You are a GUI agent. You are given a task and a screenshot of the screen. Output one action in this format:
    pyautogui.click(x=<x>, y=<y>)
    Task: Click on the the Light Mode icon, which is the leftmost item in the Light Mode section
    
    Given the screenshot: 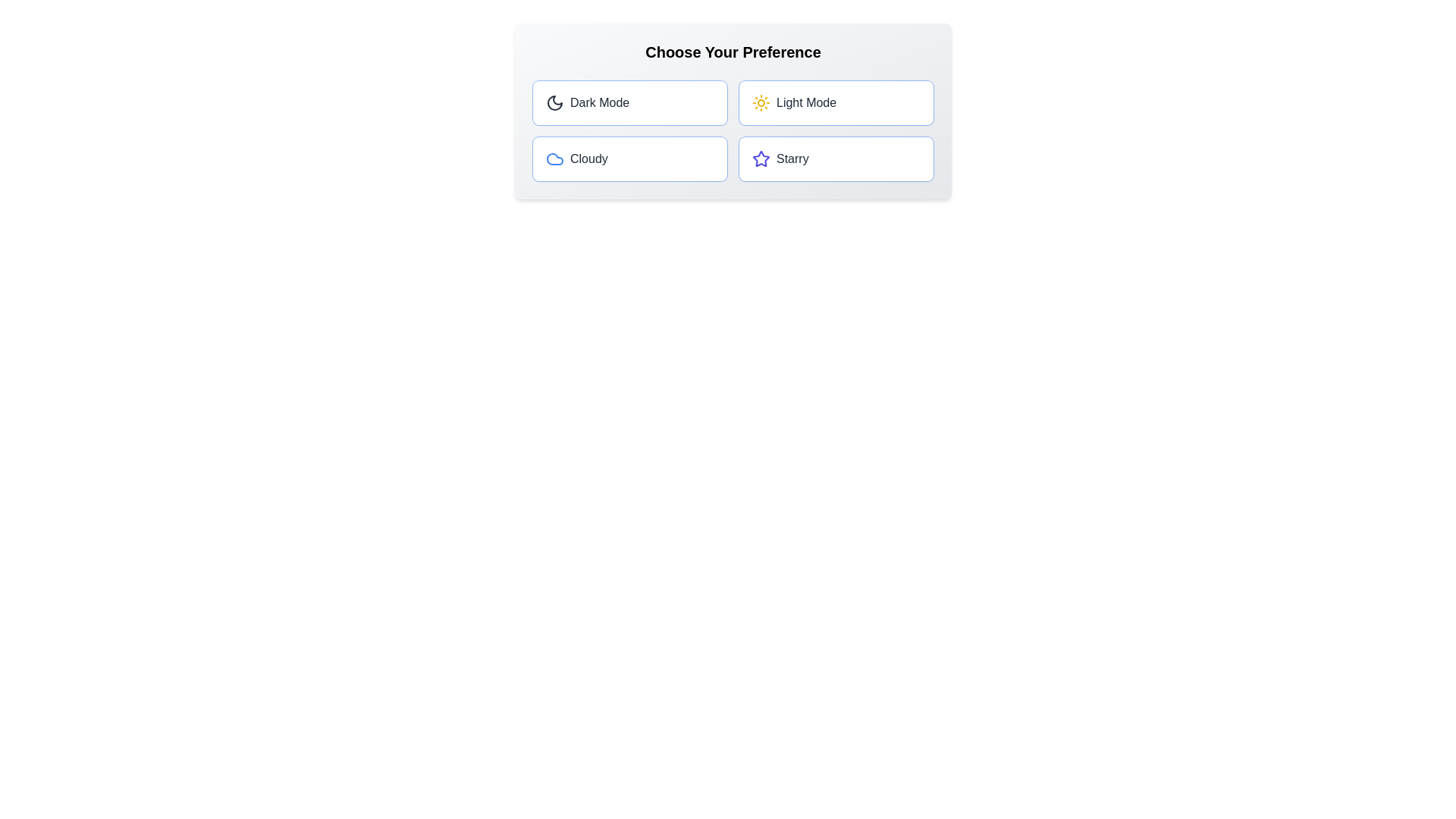 What is the action you would take?
    pyautogui.click(x=761, y=102)
    